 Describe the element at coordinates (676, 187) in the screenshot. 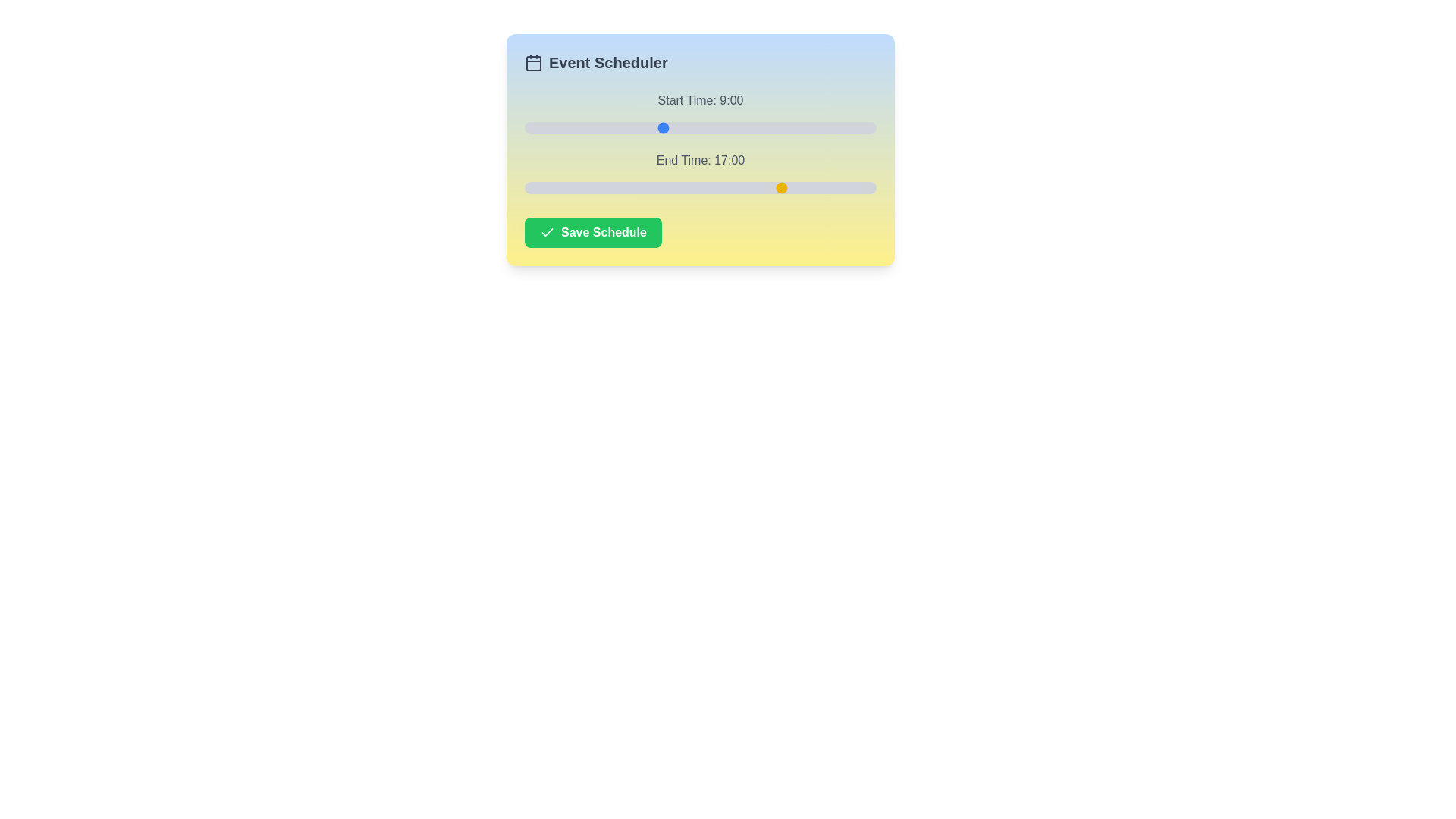

I see `the end time slider to 10` at that location.